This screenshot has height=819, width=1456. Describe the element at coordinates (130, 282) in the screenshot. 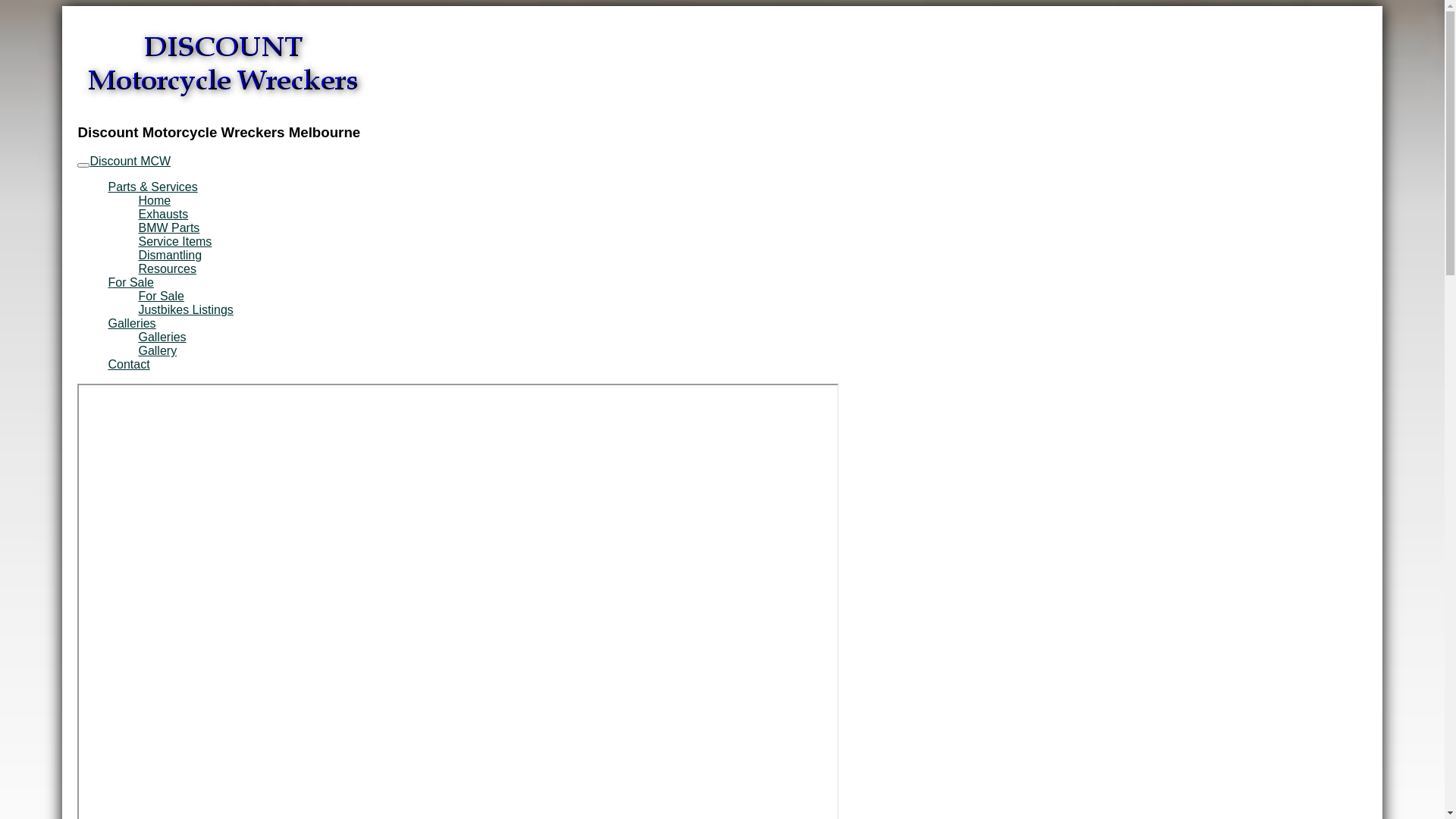

I see `'For Sale'` at that location.